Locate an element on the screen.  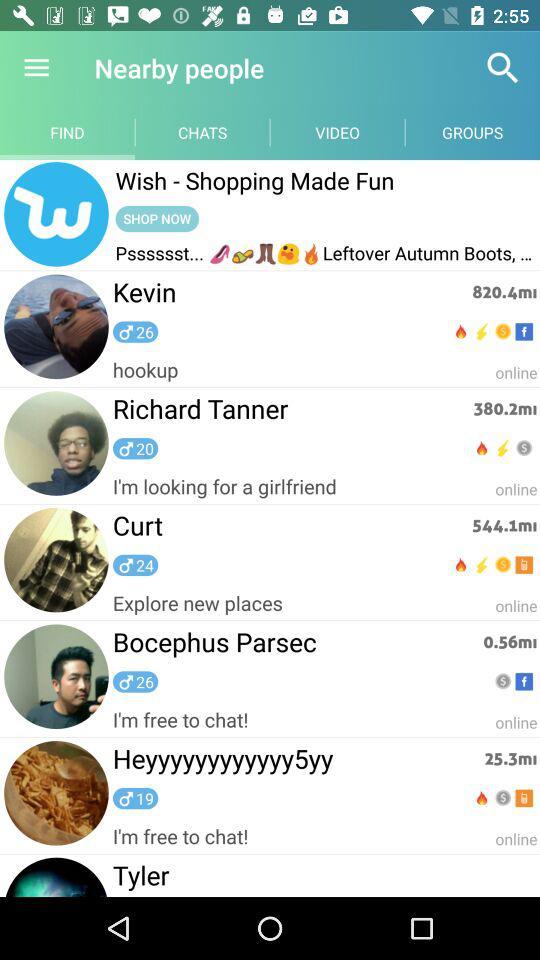
icon next to nearby people is located at coordinates (36, 68).